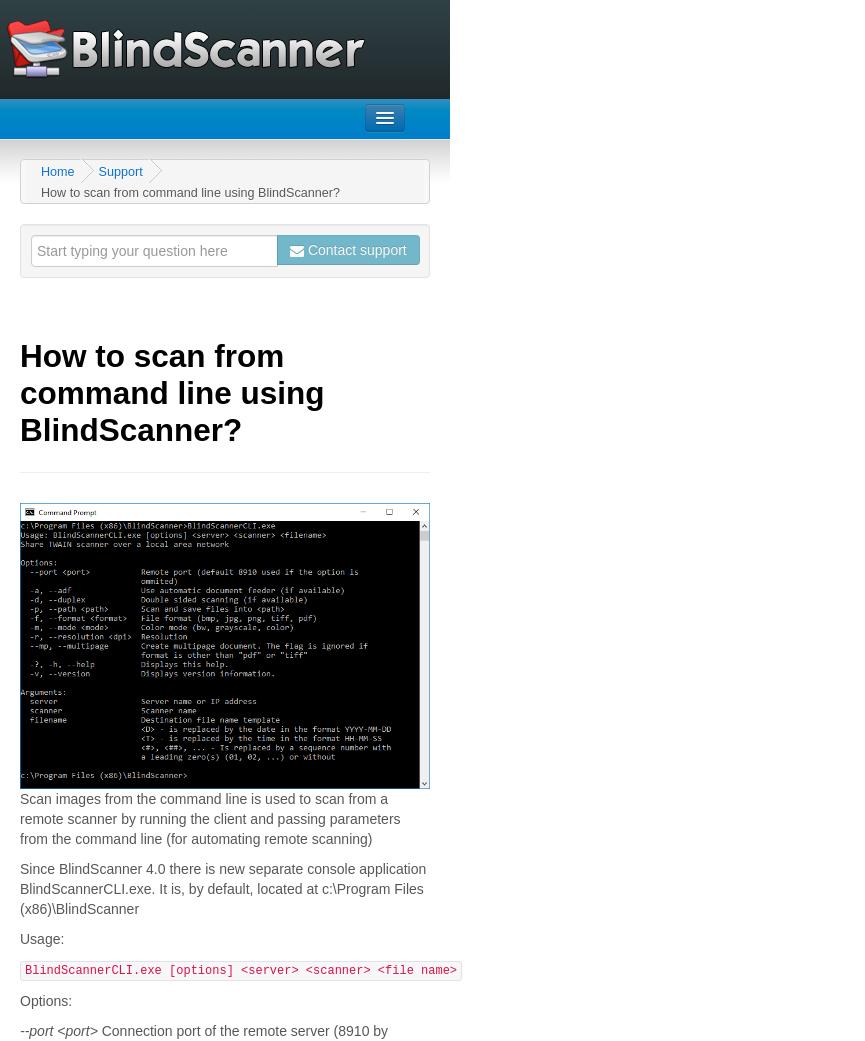 The width and height of the screenshot is (865, 1041). Describe the element at coordinates (221, 888) in the screenshot. I see `'Since BlindScanner 4.0 there is new separate console application BlindScannerCLI.exe. It is, by default, located at c:\Program Files (x86)\BlindScanner'` at that location.